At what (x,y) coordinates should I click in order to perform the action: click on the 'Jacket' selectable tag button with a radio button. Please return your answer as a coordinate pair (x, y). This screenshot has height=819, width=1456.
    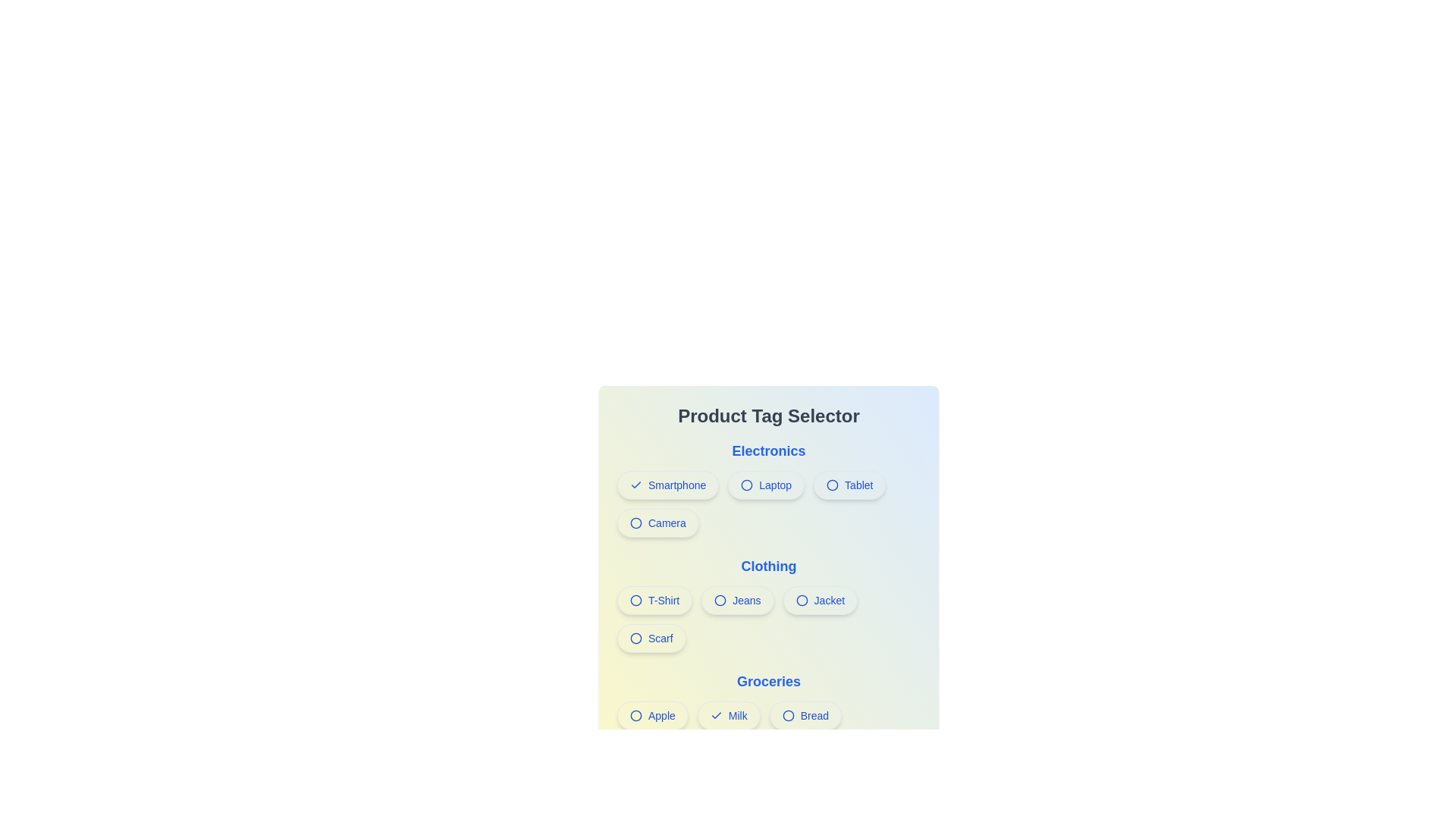
    Looking at the image, I should click on (819, 599).